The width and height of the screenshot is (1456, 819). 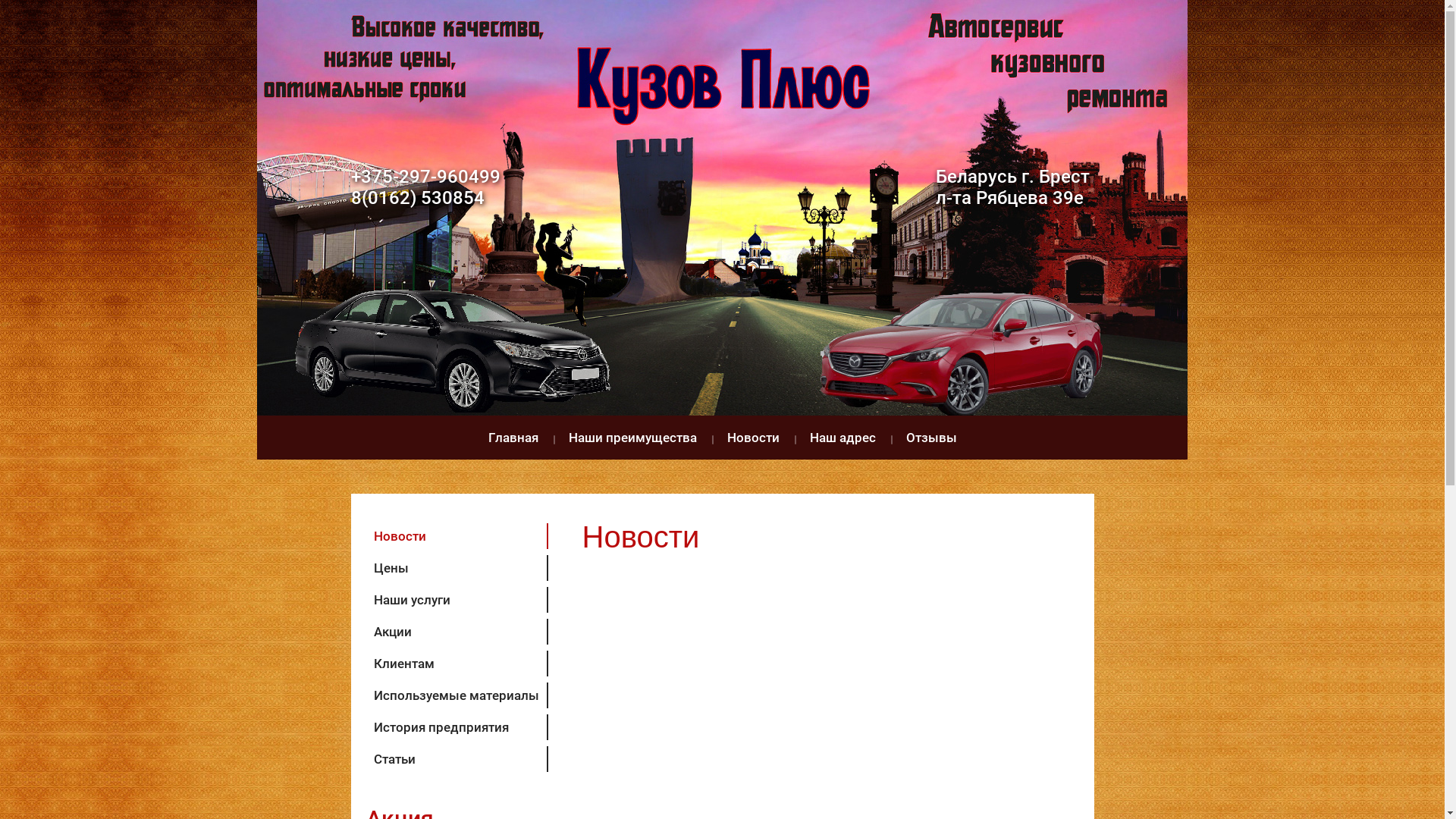 What do you see at coordinates (417, 197) in the screenshot?
I see `'8(0162) 530854'` at bounding box center [417, 197].